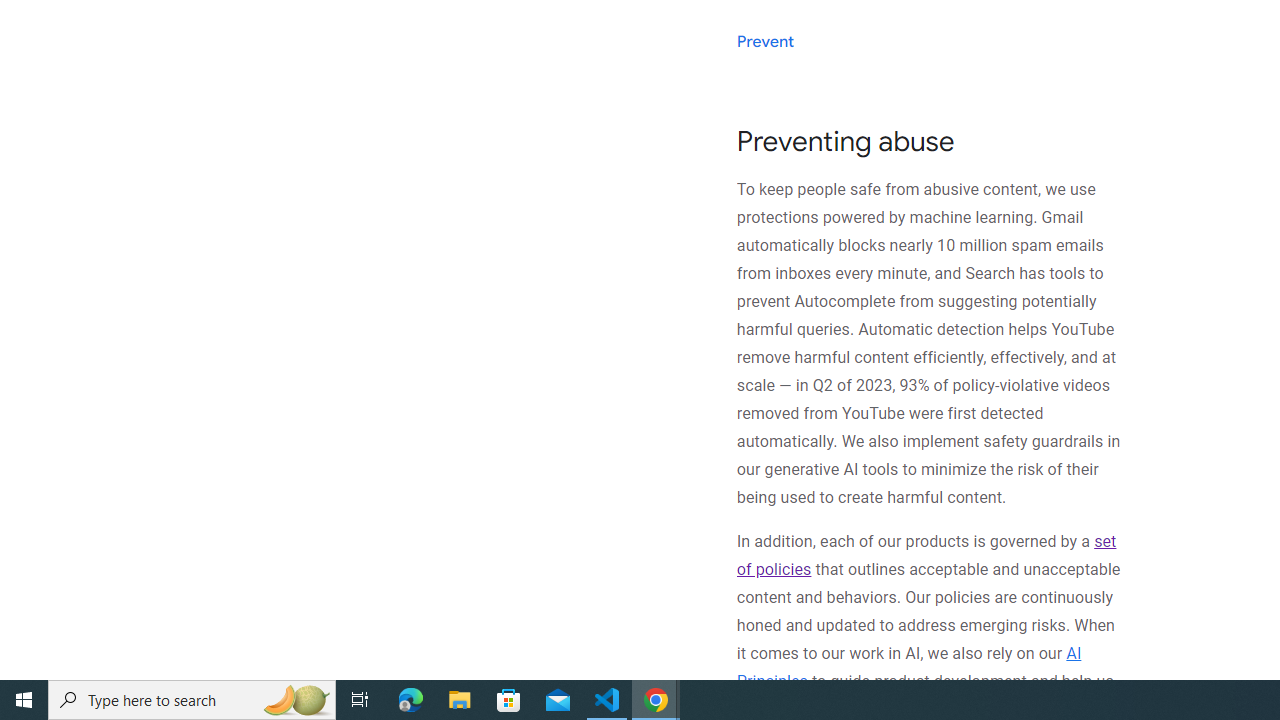 The image size is (1280, 720). I want to click on 'set of policies', so click(925, 555).